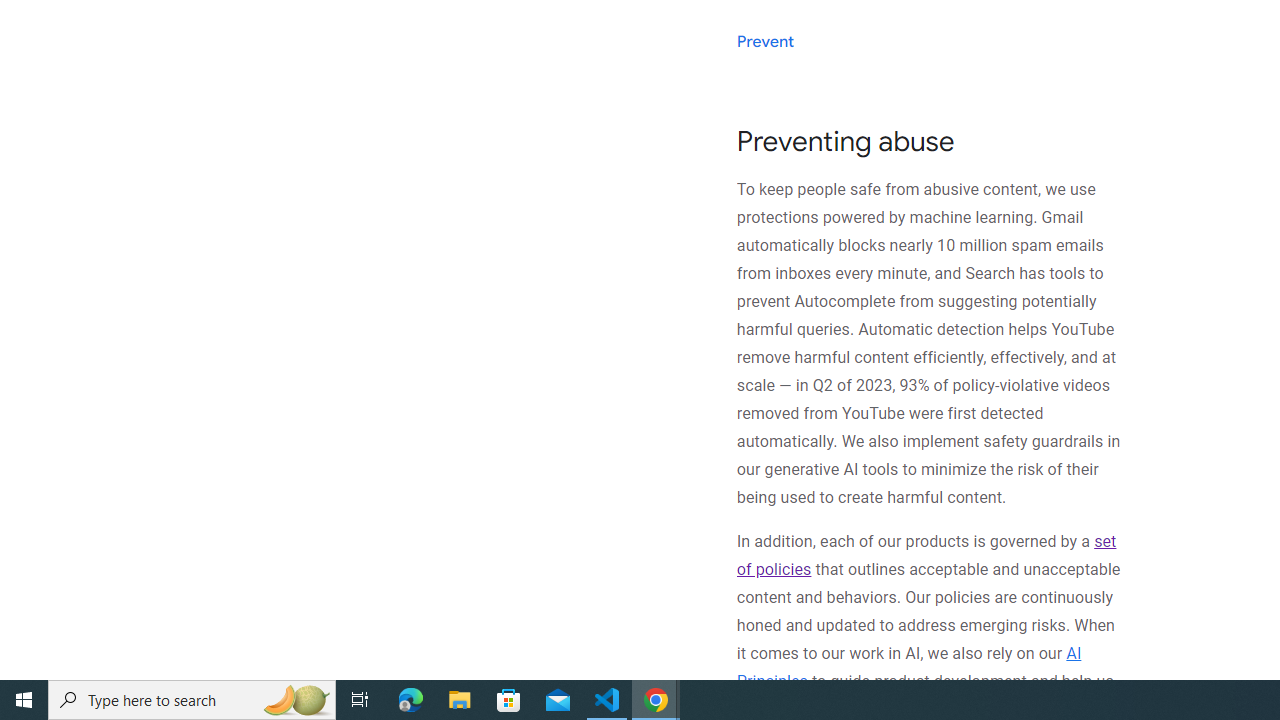 The image size is (1280, 720). I want to click on 'set of policies', so click(925, 555).